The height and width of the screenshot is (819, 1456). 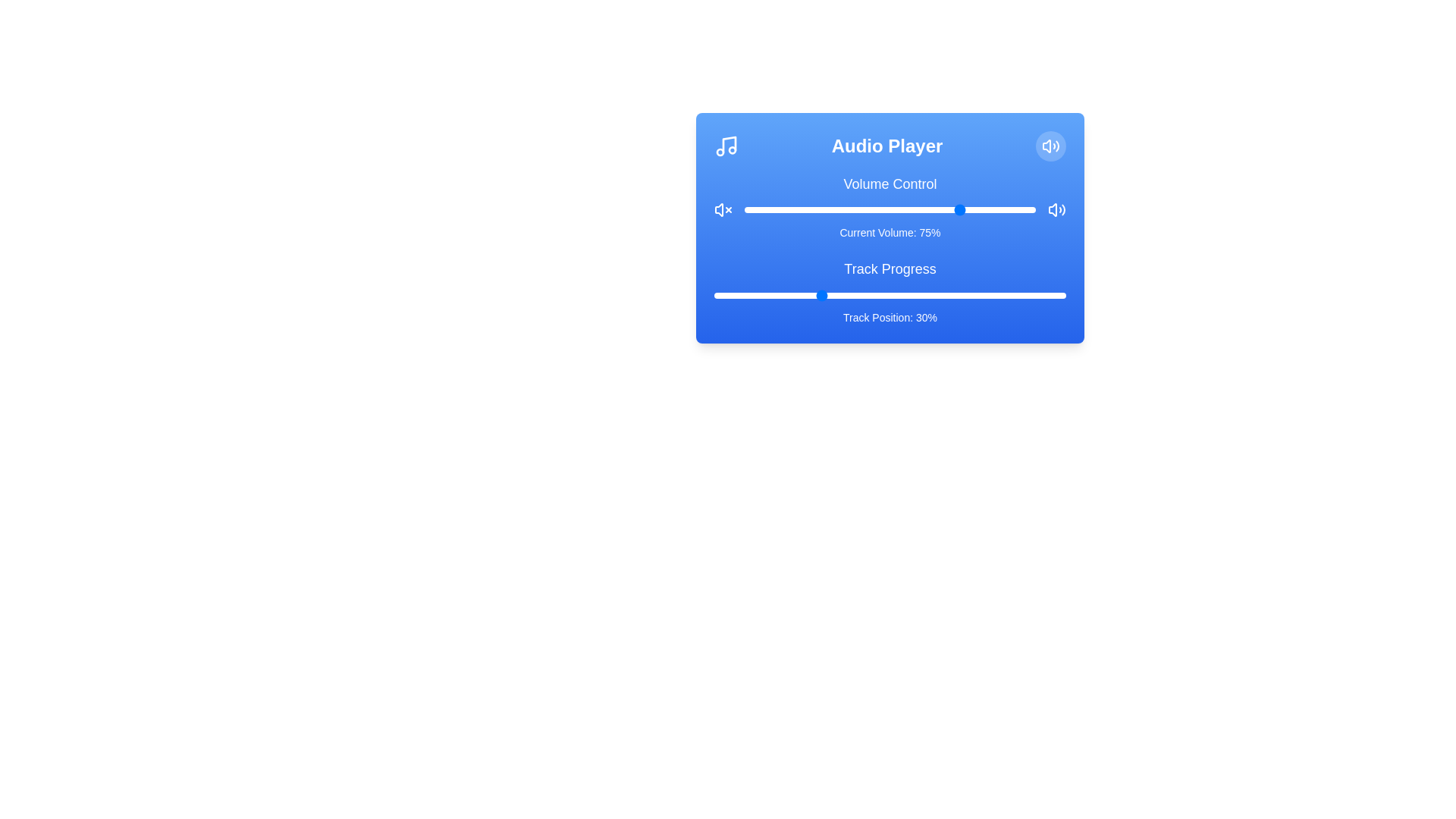 I want to click on the outermost arc of the volume icon in the top-right corner of the audio player interface, so click(x=1056, y=146).